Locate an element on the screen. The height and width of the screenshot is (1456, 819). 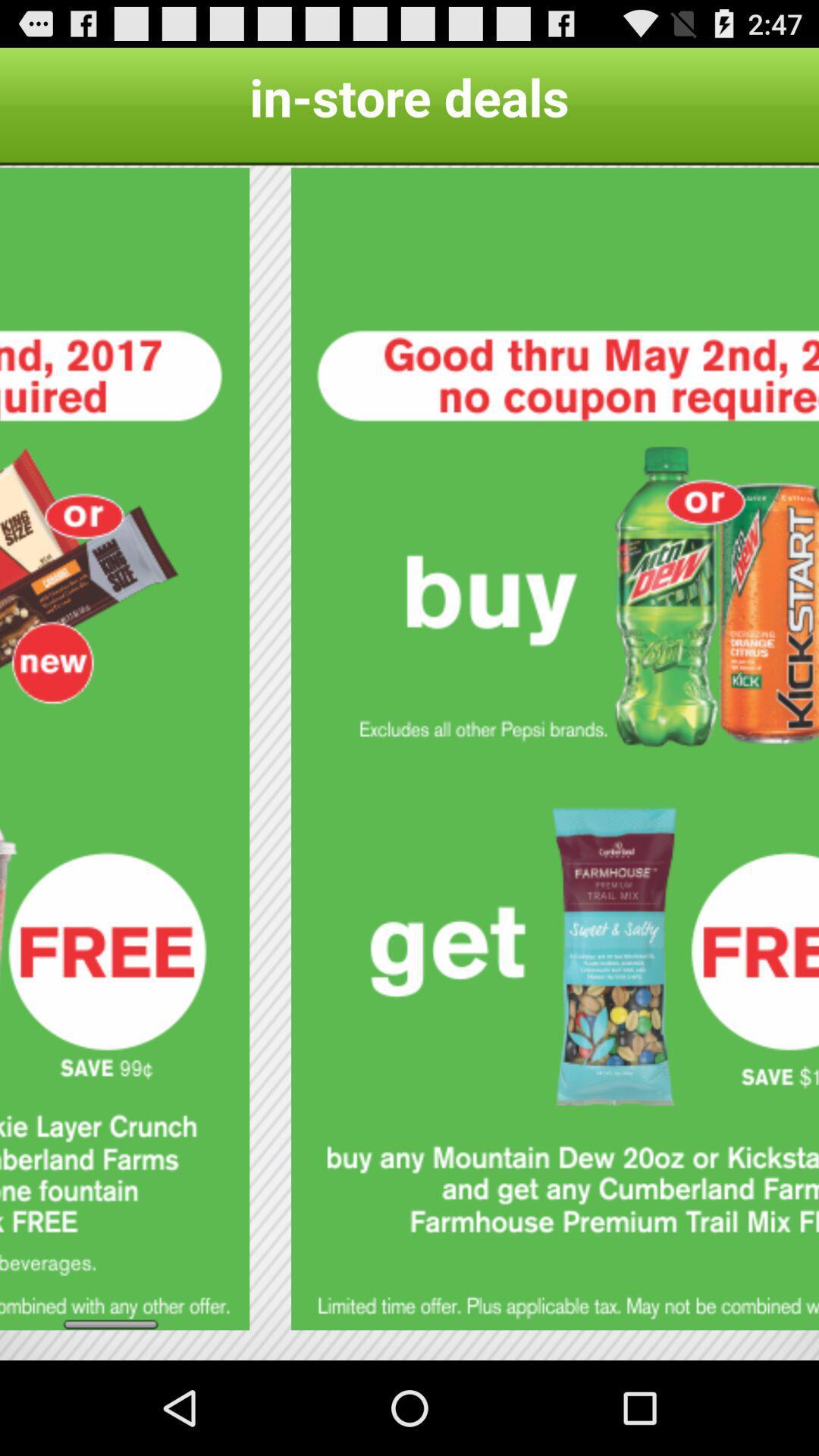
the icon below the in-store deals app is located at coordinates (124, 748).